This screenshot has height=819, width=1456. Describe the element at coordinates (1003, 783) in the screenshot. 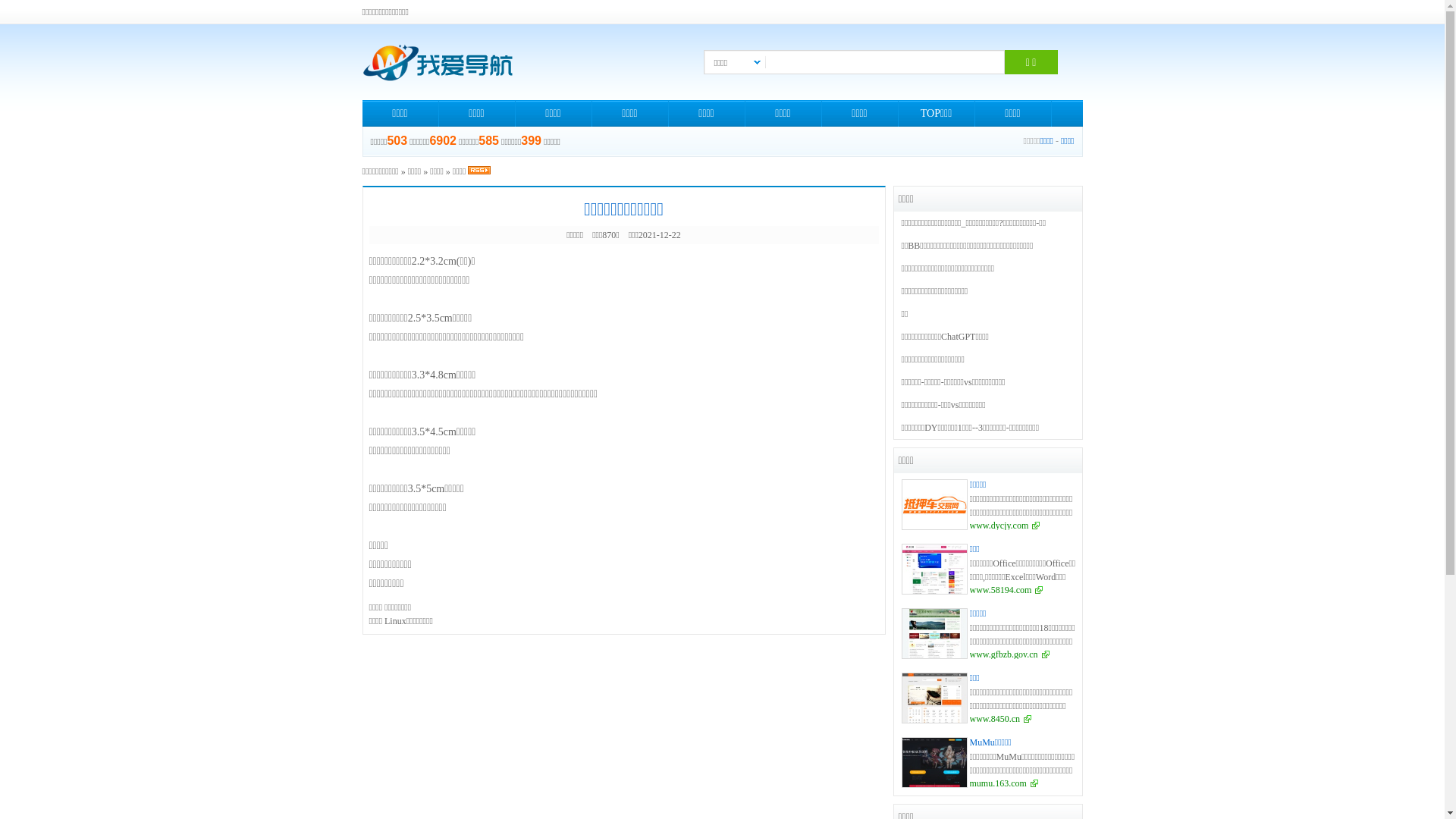

I see `'mumu.163.com'` at that location.